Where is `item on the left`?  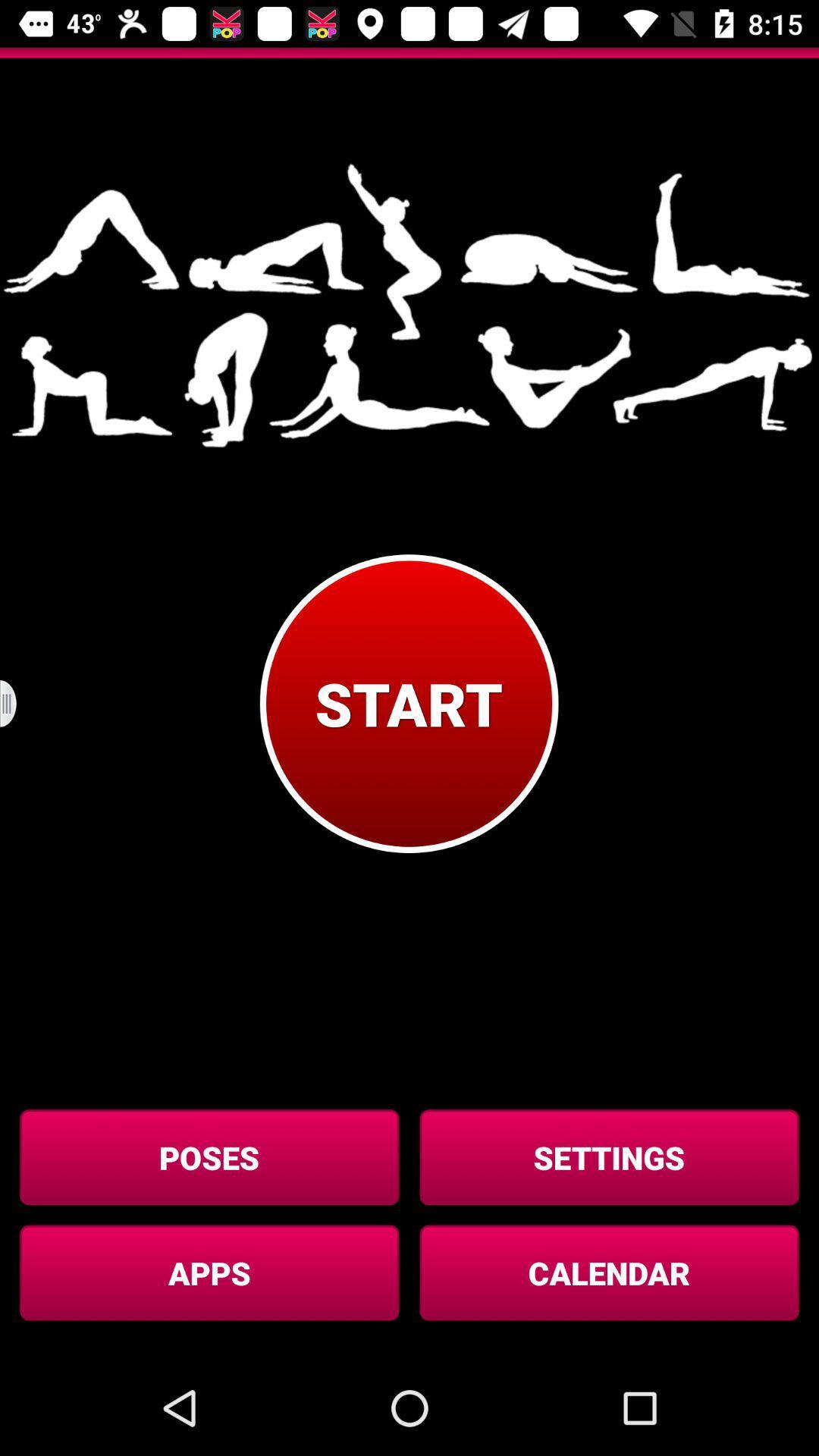
item on the left is located at coordinates (17, 703).